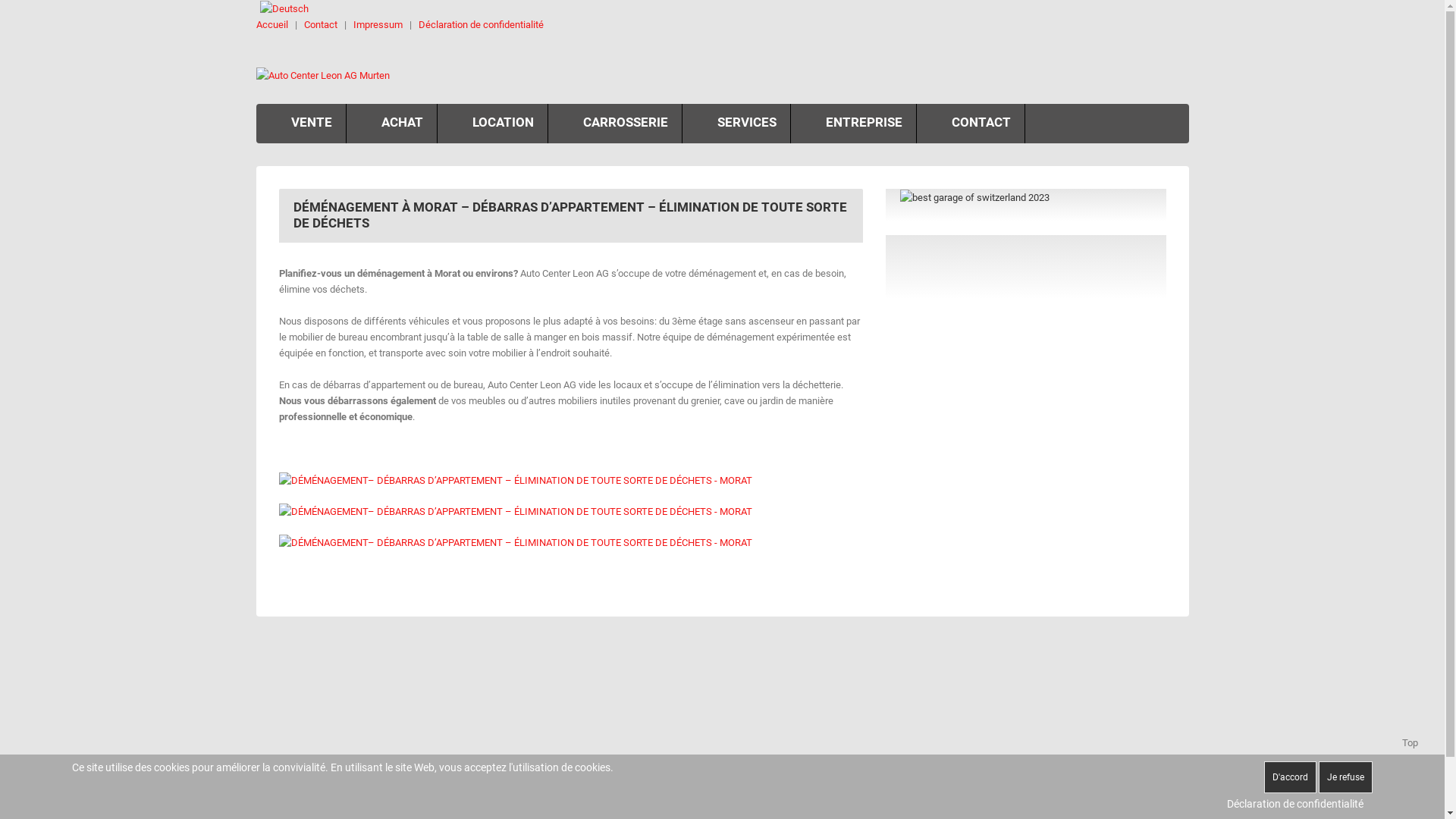  What do you see at coordinates (256, 24) in the screenshot?
I see `'Accueil'` at bounding box center [256, 24].